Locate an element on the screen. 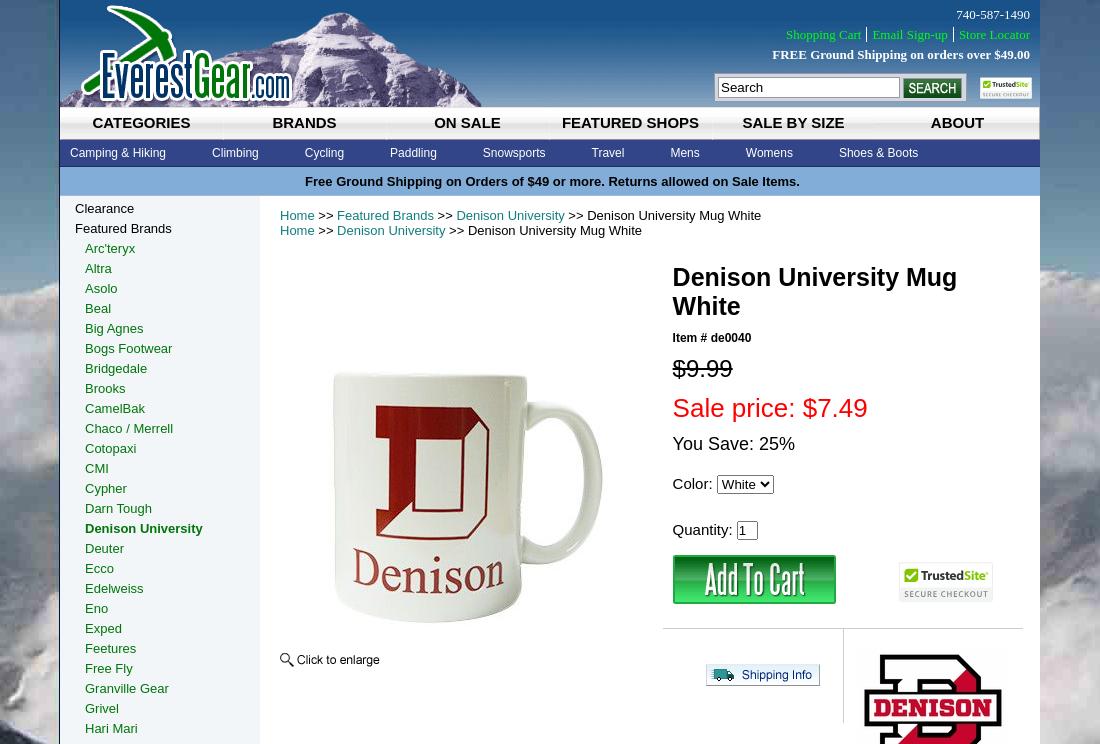  'Bogs Footwear' is located at coordinates (128, 347).